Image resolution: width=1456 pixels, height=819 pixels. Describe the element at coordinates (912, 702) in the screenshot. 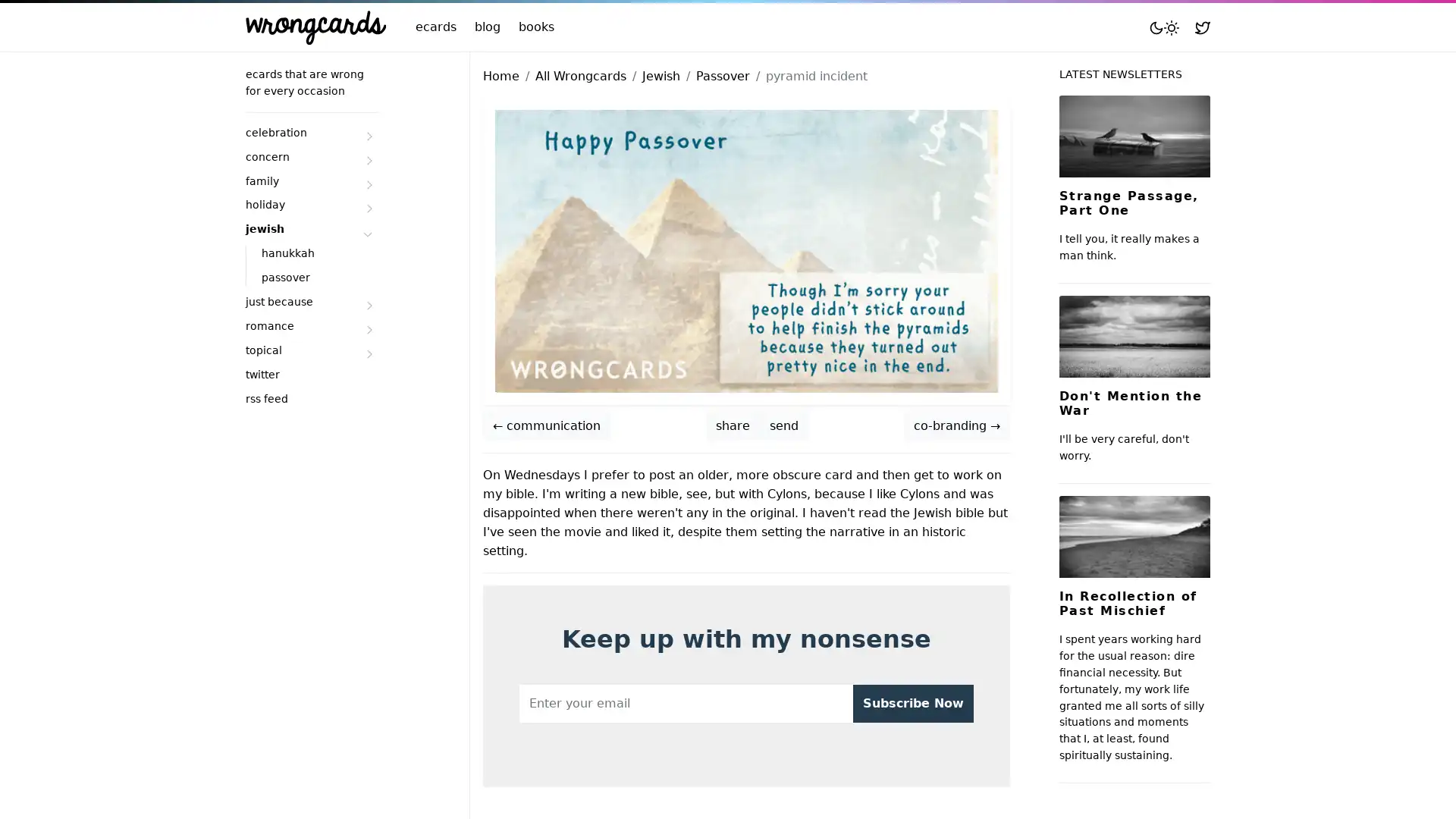

I see `Subscribe Now` at that location.